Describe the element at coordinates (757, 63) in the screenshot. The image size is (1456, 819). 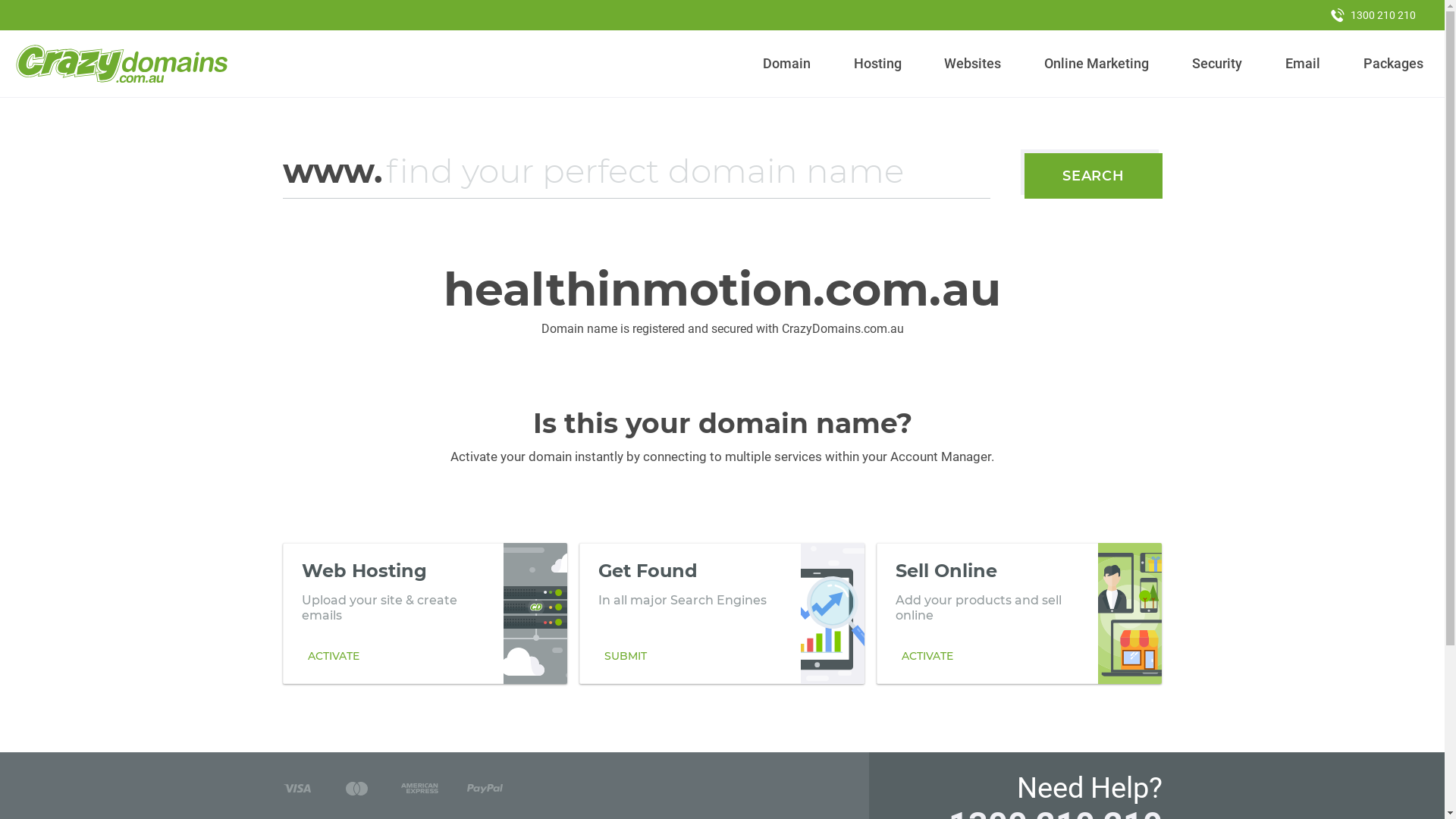
I see `'Domain'` at that location.